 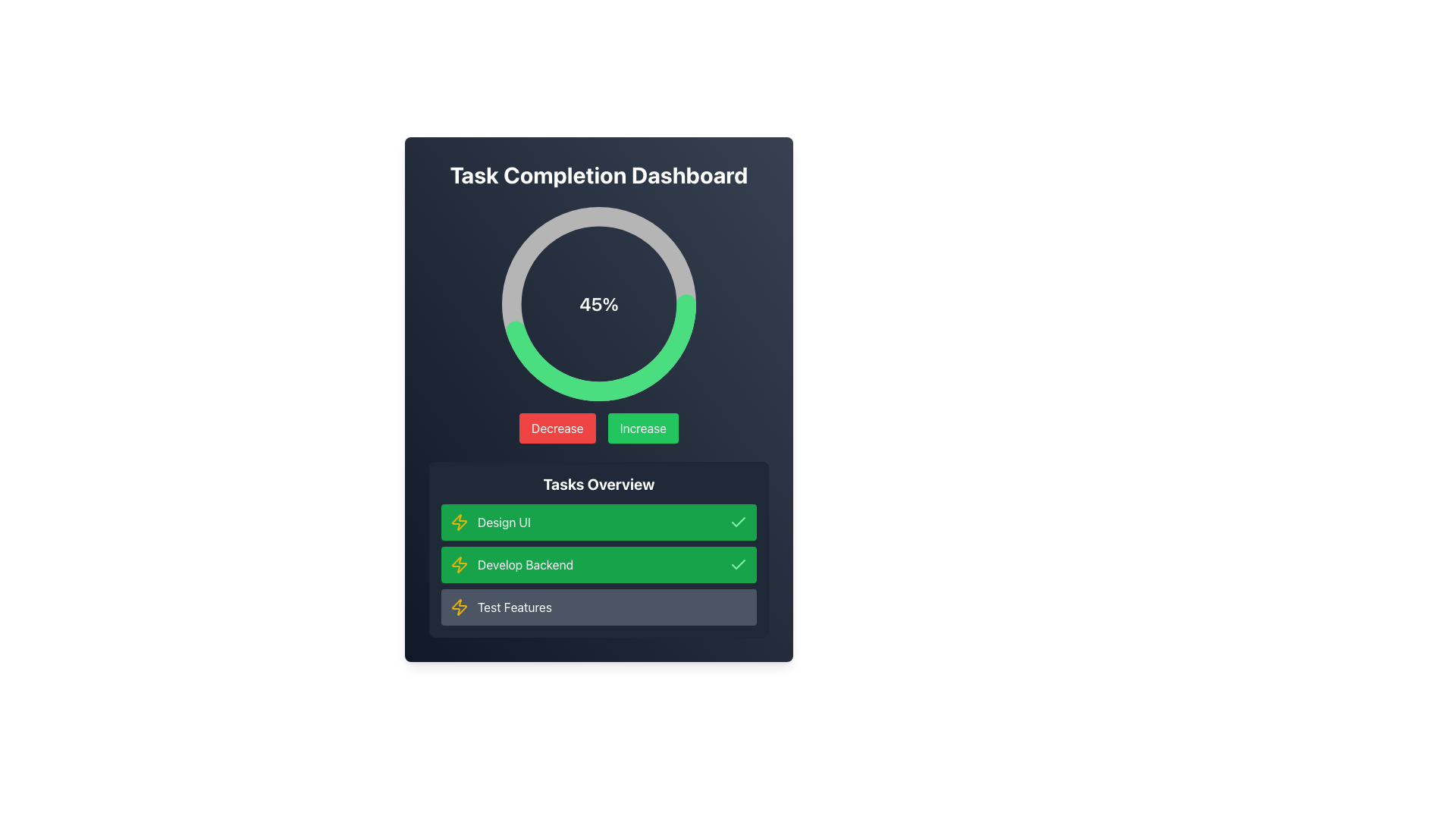 What do you see at coordinates (458, 564) in the screenshot?
I see `the lightning bolt icon that represents a task activity, located to the left of the 'Develop Backend' text in the second row of the task overview section` at bounding box center [458, 564].